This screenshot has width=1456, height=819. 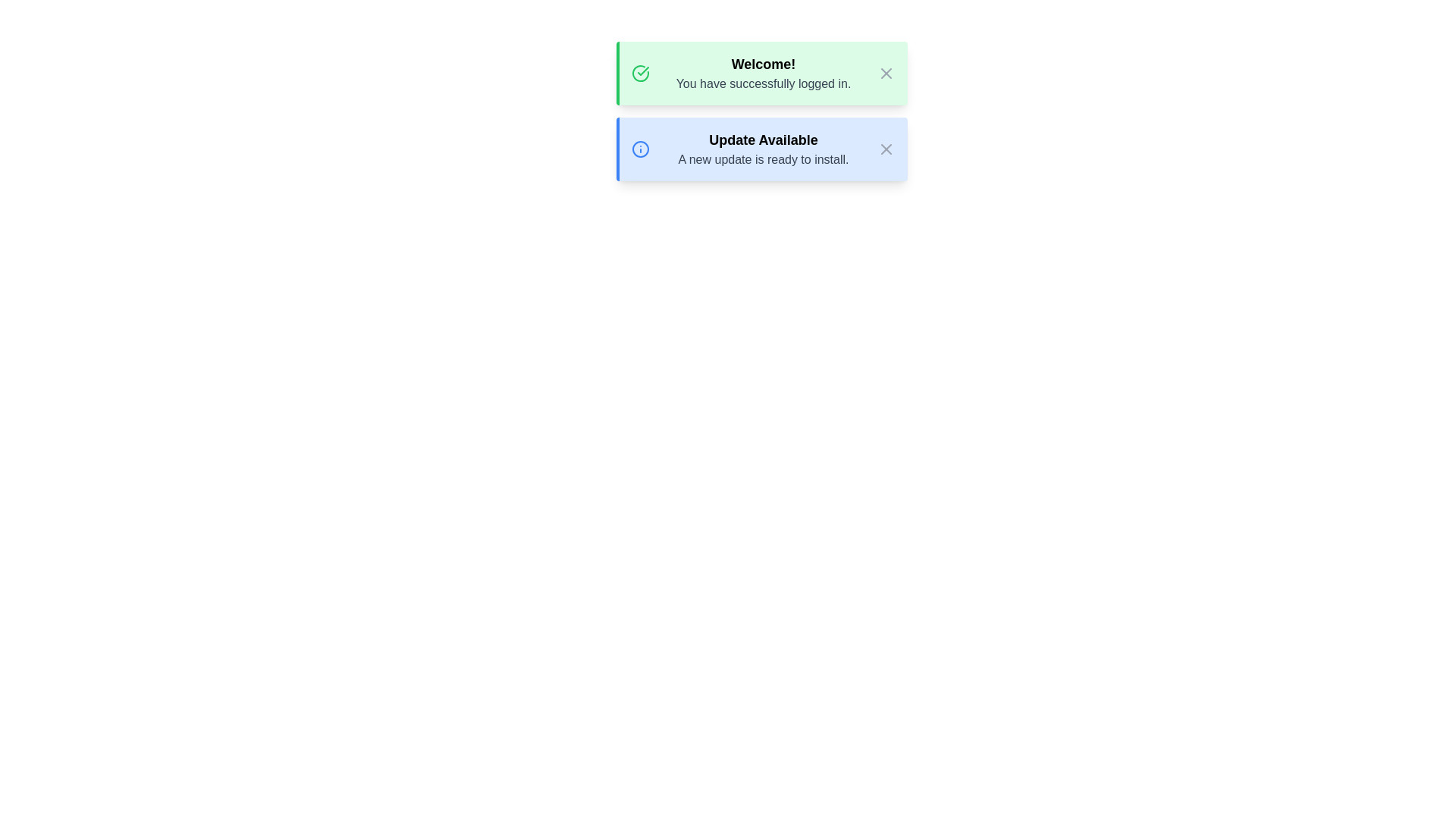 What do you see at coordinates (764, 84) in the screenshot?
I see `the confirmation message text label that informs the user of a successful login action, located directly below the 'Welcome!' text` at bounding box center [764, 84].